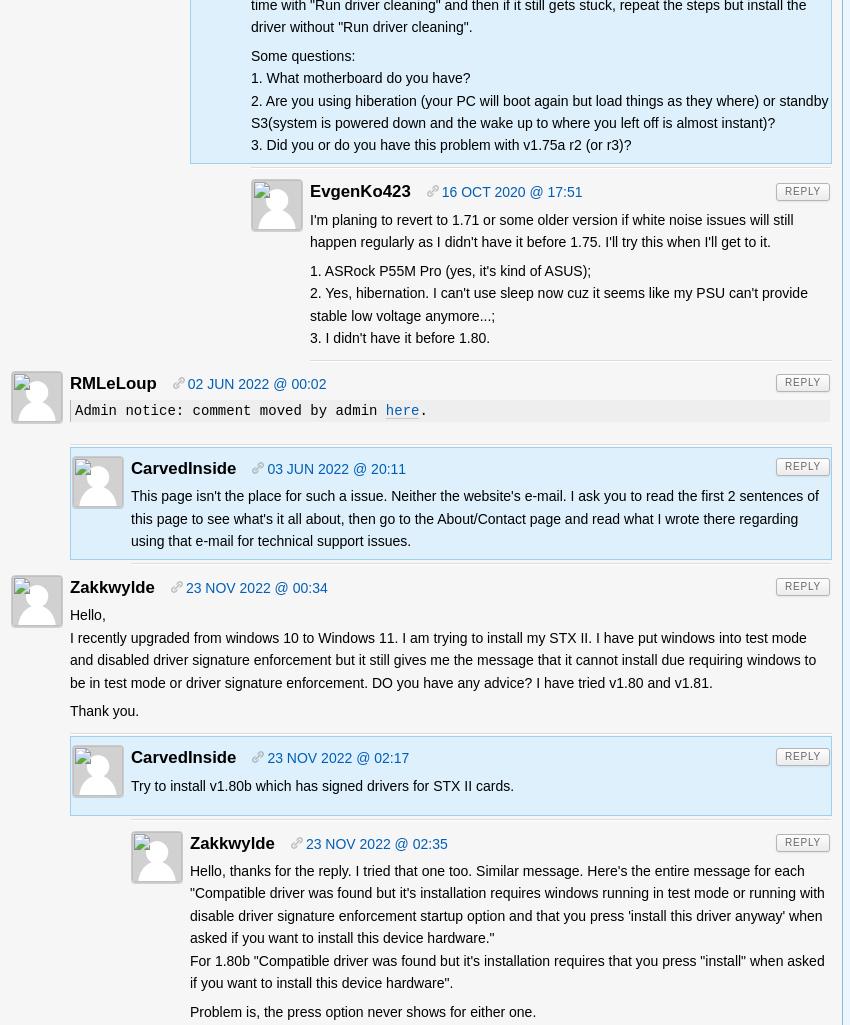 The image size is (850, 1025). What do you see at coordinates (442, 659) in the screenshot?
I see `'I recently upgraded from windows 10 to Windows 11. I am trying to install my STX II. I have put windows into test mode and disabled driver signature enforcement but it still gives me the message that it cannot install due requiring windows to be in test mode or driver signature enforcement. DO you have any advice? I have tried v1.80 and v1.81.'` at bounding box center [442, 659].